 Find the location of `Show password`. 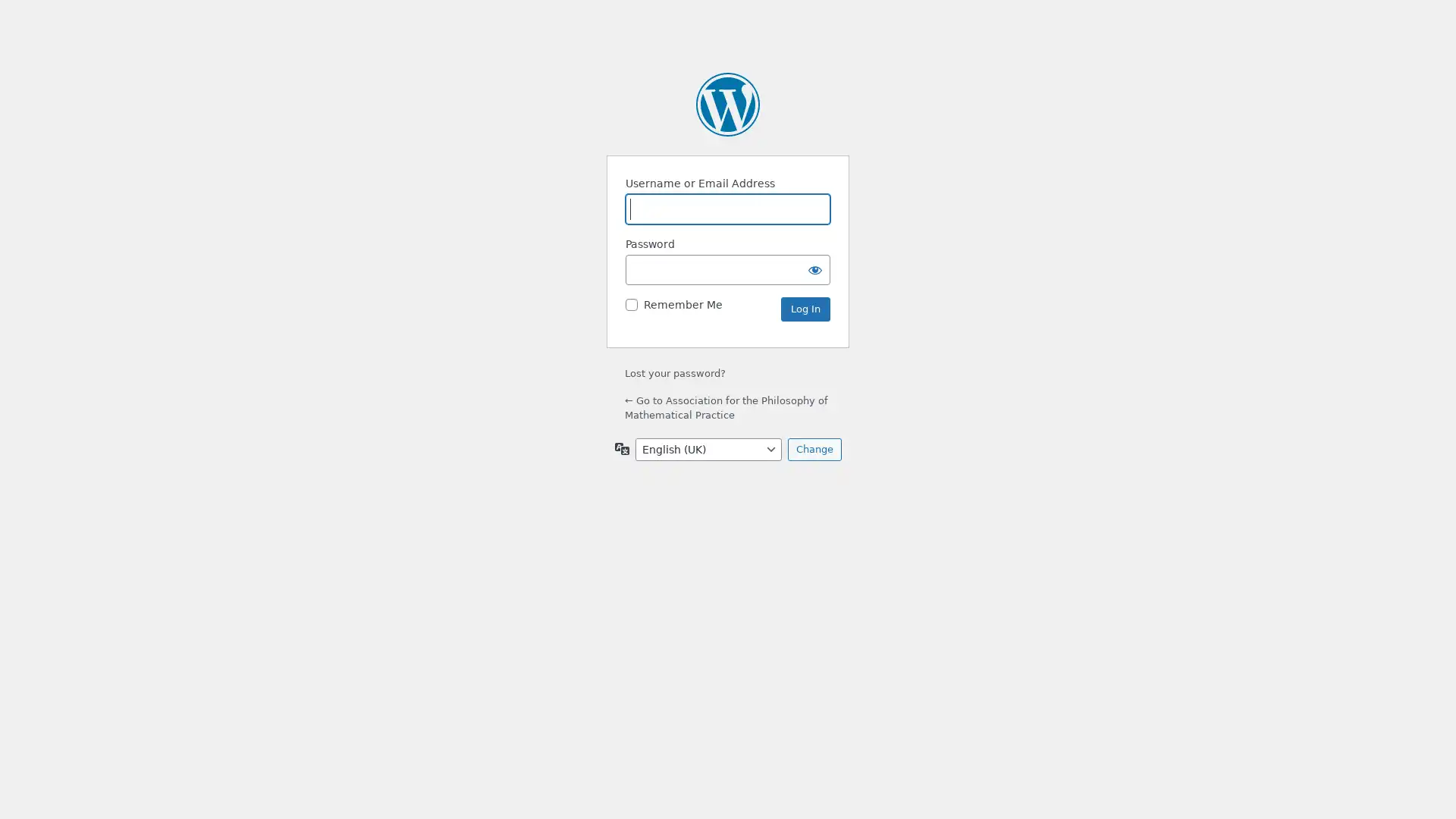

Show password is located at coordinates (814, 268).